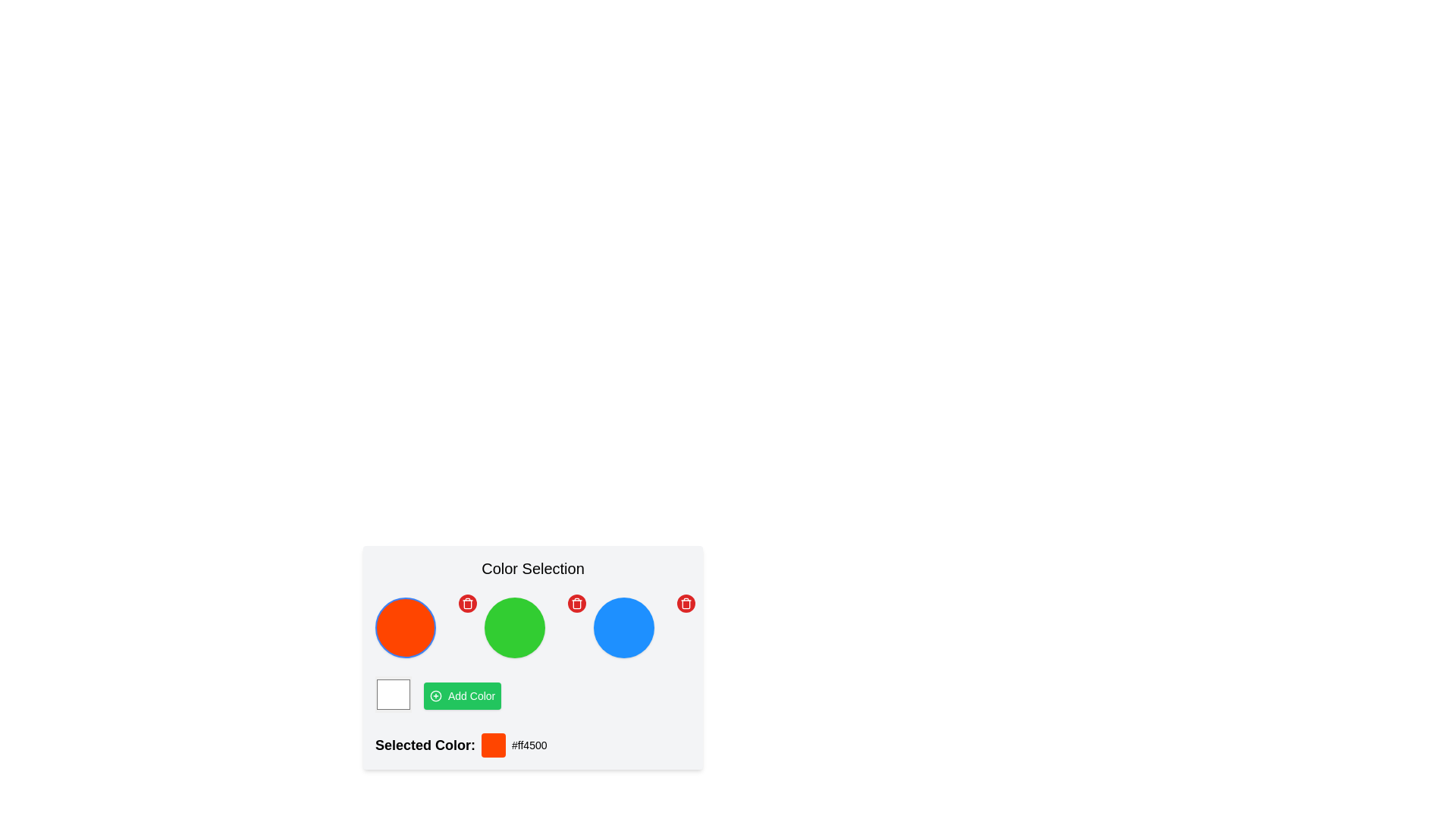 The width and height of the screenshot is (1456, 819). Describe the element at coordinates (462, 695) in the screenshot. I see `the button that allows users to add a new color, located in the lower region of the 'Color Selection' panel, positioned to the right of the white square box` at that location.